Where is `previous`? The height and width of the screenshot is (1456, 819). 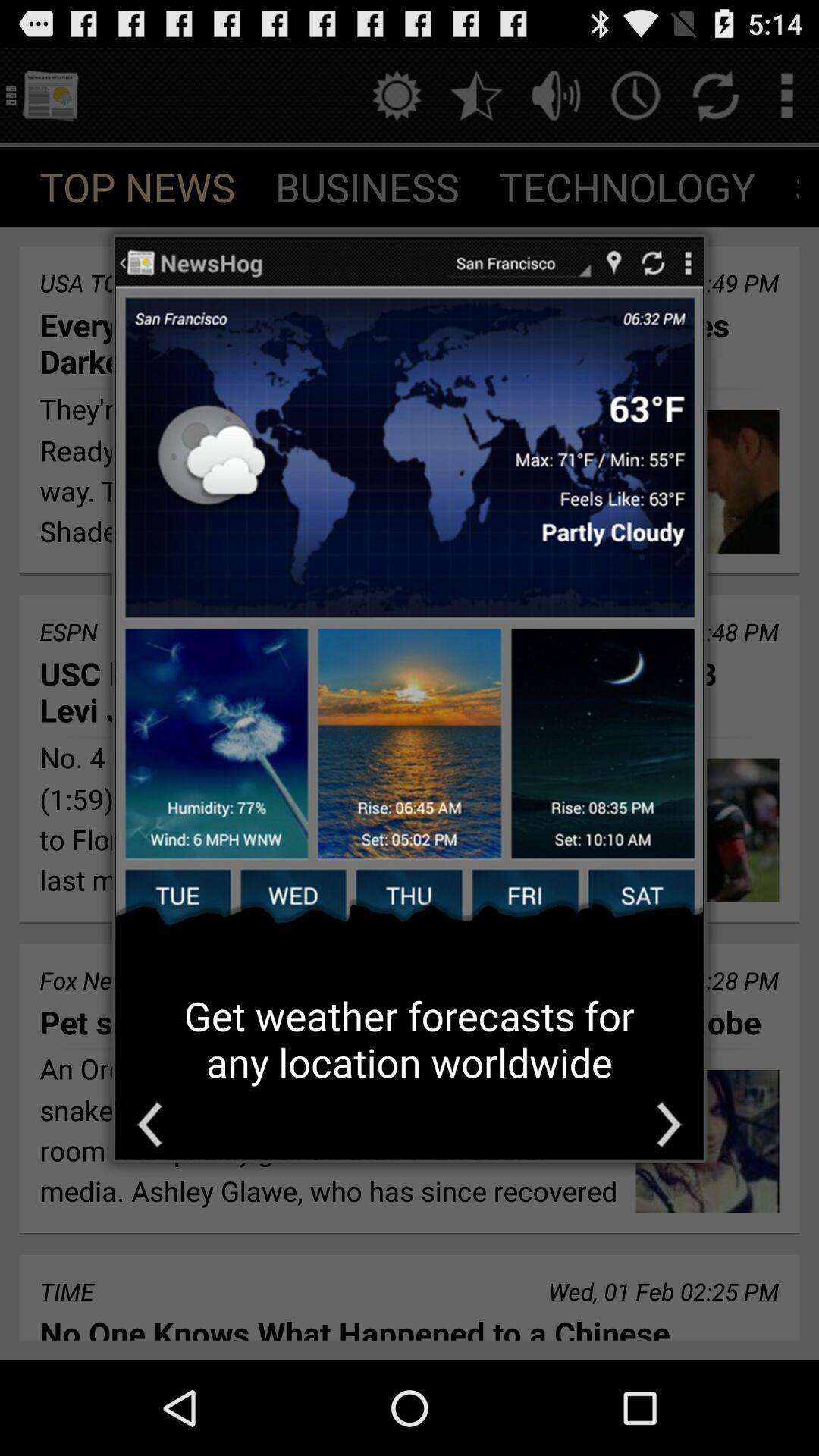 previous is located at coordinates (149, 1125).